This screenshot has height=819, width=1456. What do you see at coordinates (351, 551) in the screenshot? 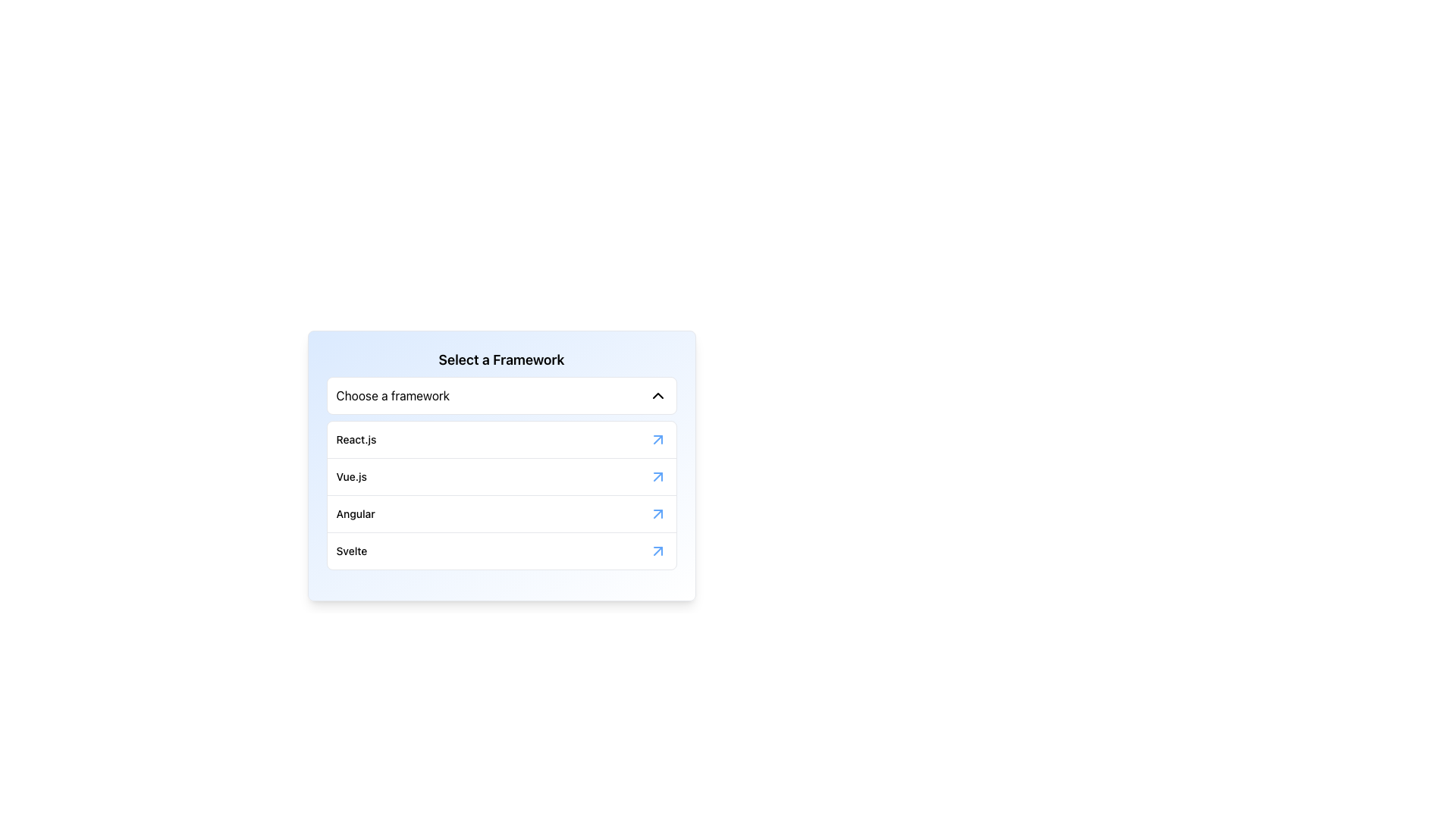
I see `the 'Svelte' text label` at bounding box center [351, 551].